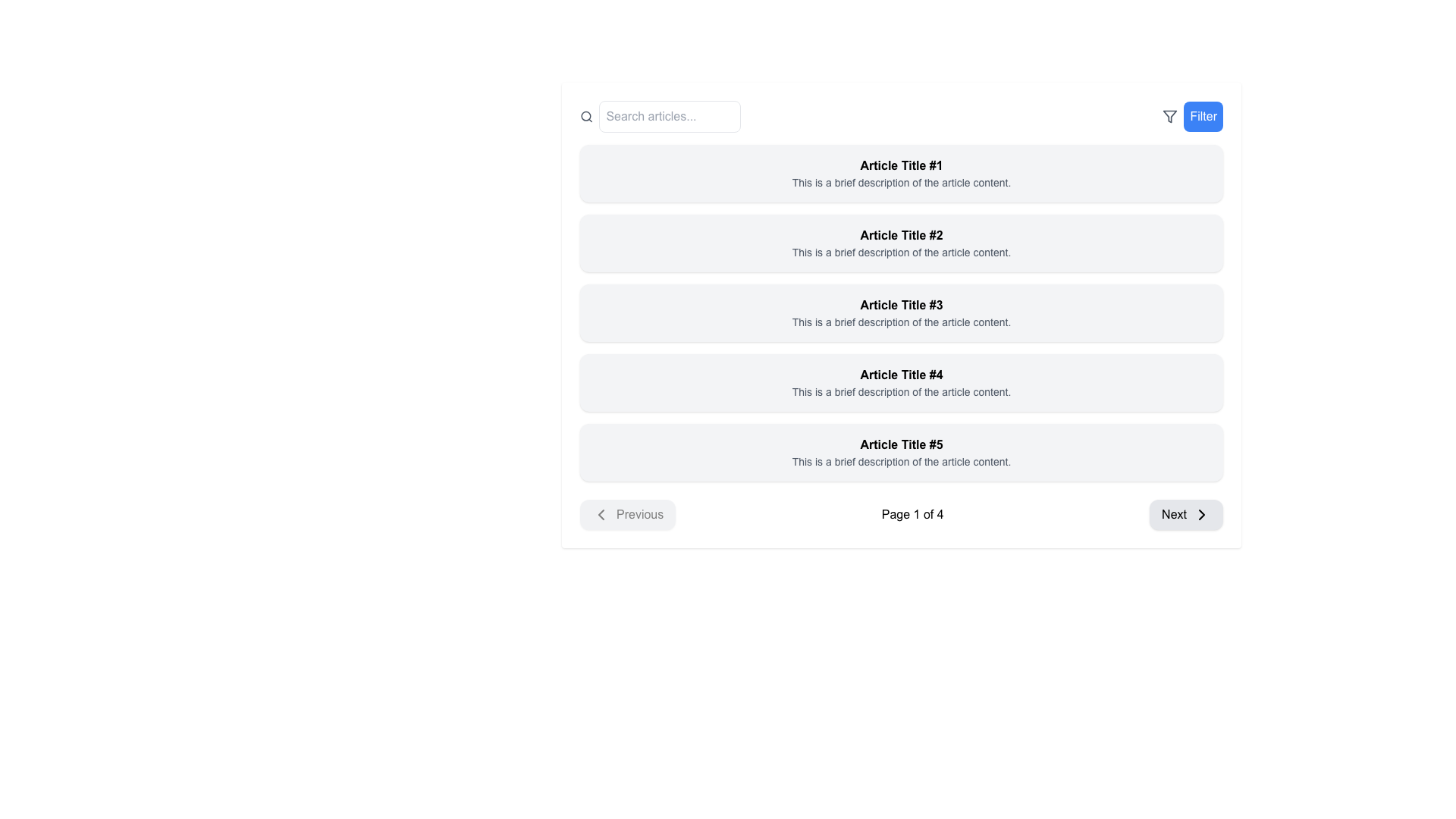 The height and width of the screenshot is (819, 1456). Describe the element at coordinates (902, 251) in the screenshot. I see `text content of the gray text element that states 'This is a brief description of the article content.' located in the second card below the bold title 'Article Title #2'` at that location.